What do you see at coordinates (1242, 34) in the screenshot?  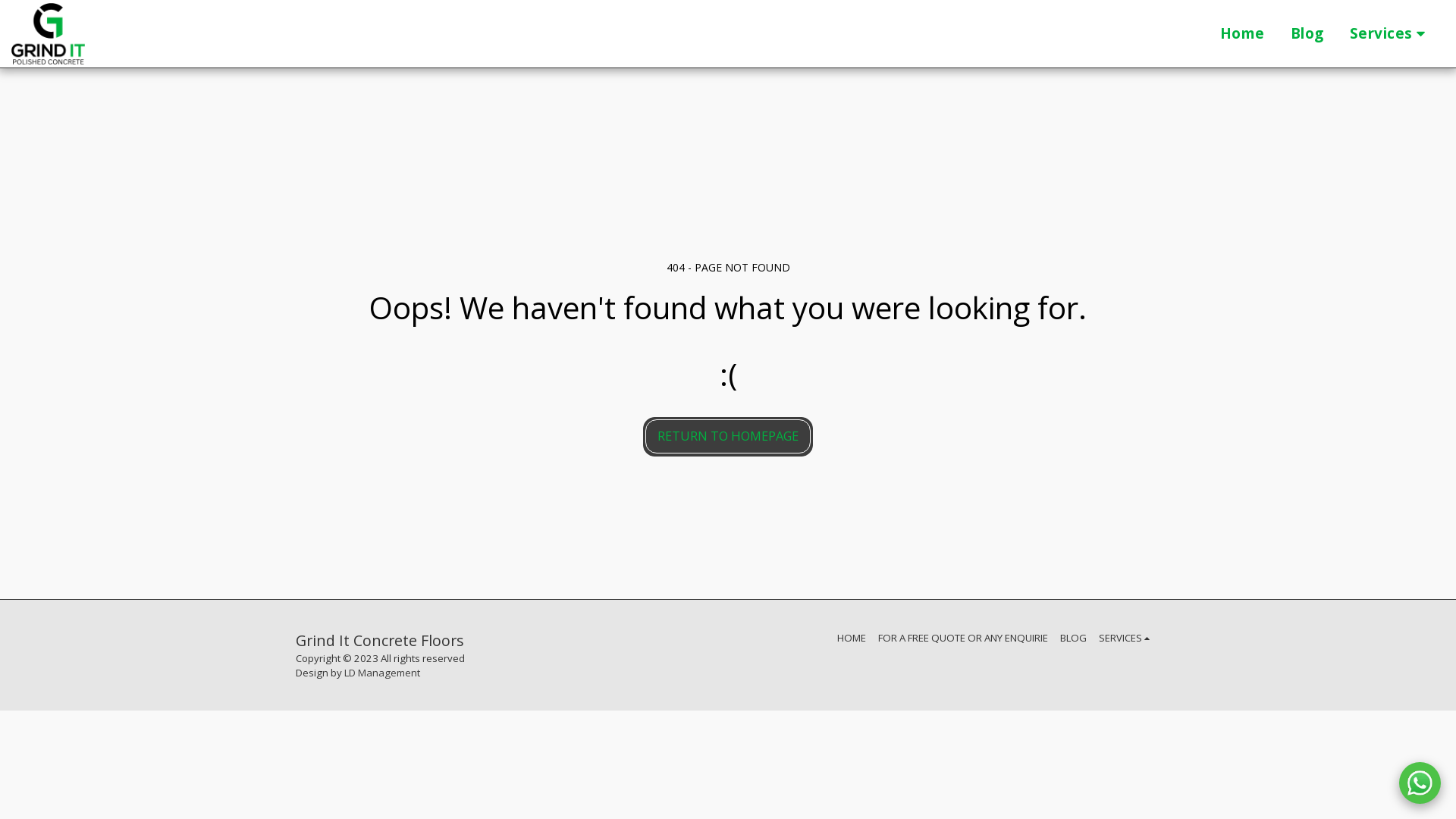 I see `'Home'` at bounding box center [1242, 34].